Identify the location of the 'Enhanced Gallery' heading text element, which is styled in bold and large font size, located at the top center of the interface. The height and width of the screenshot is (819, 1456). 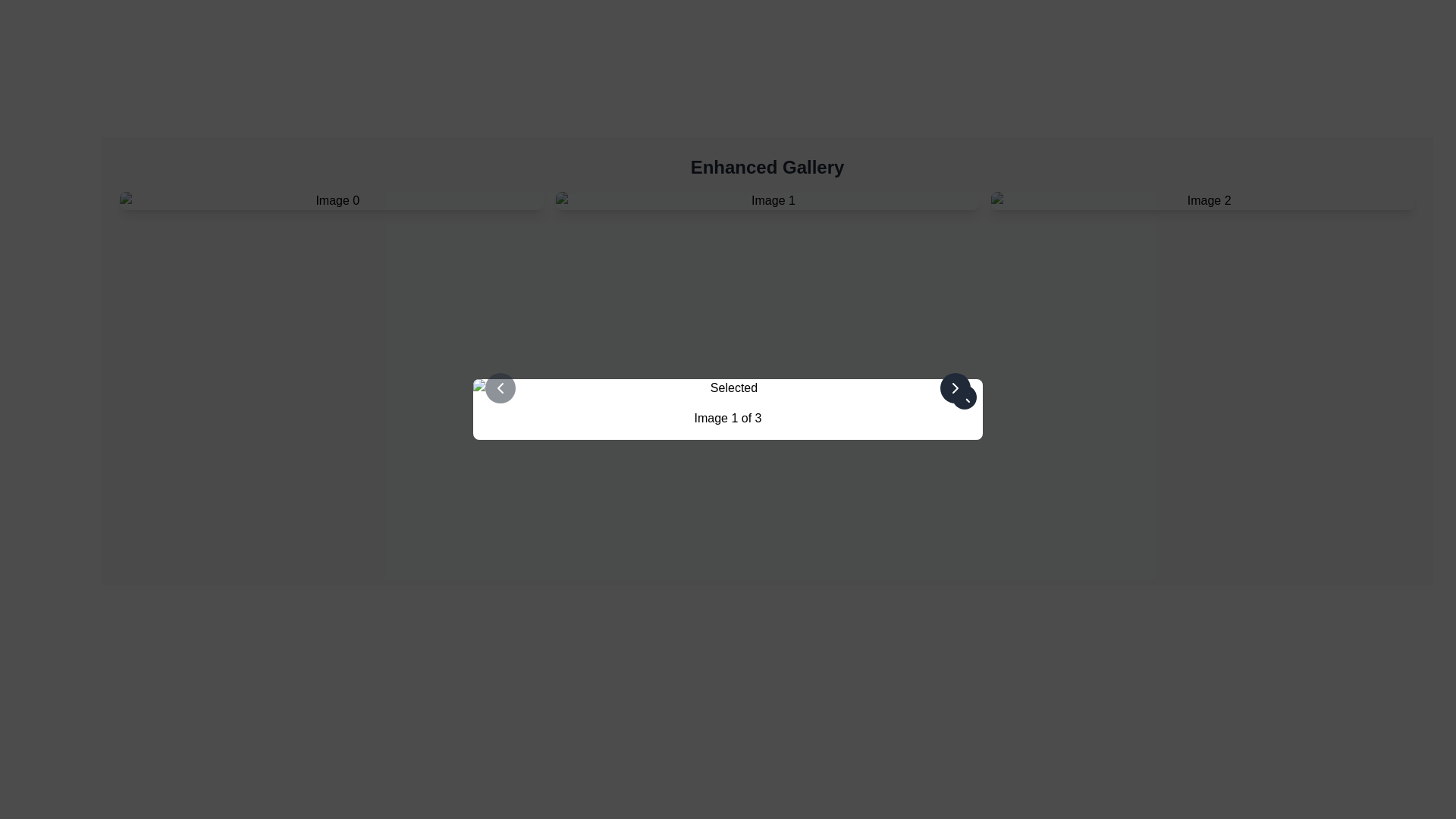
(767, 167).